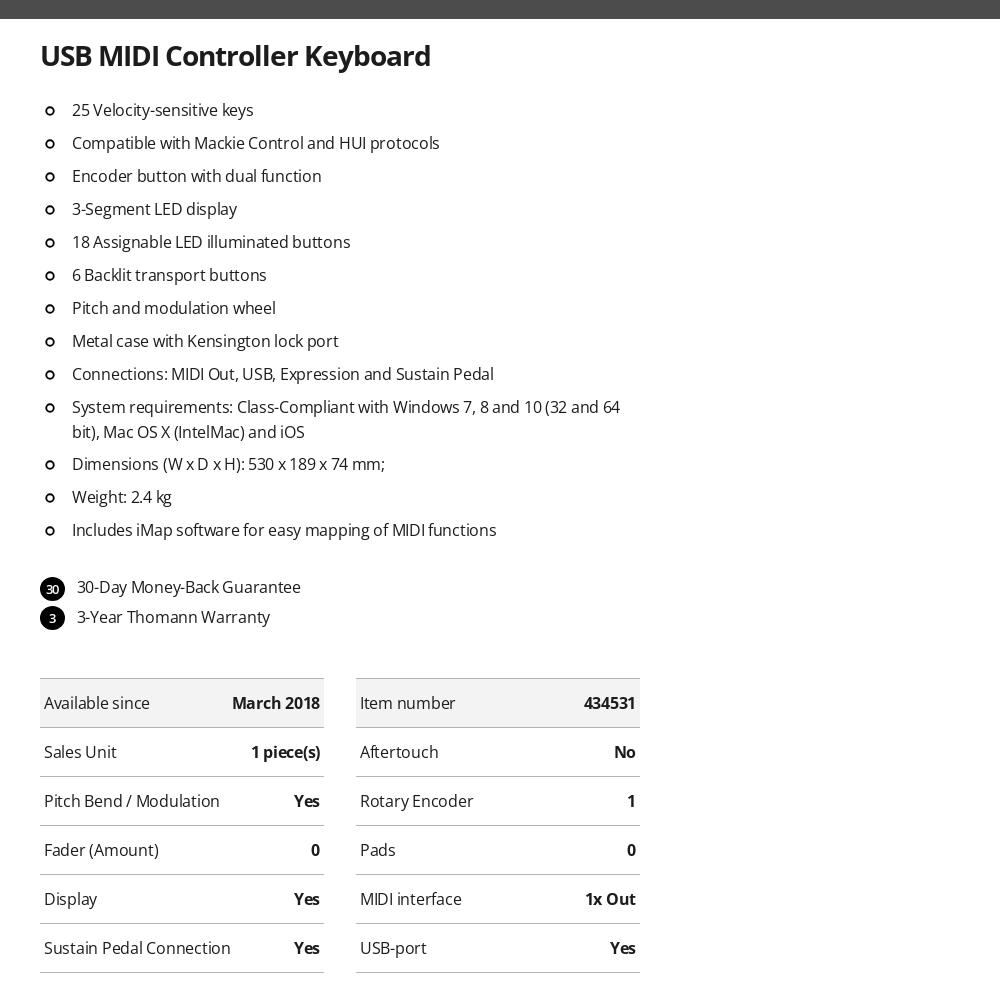 The height and width of the screenshot is (981, 1000). I want to click on 'No', so click(623, 752).